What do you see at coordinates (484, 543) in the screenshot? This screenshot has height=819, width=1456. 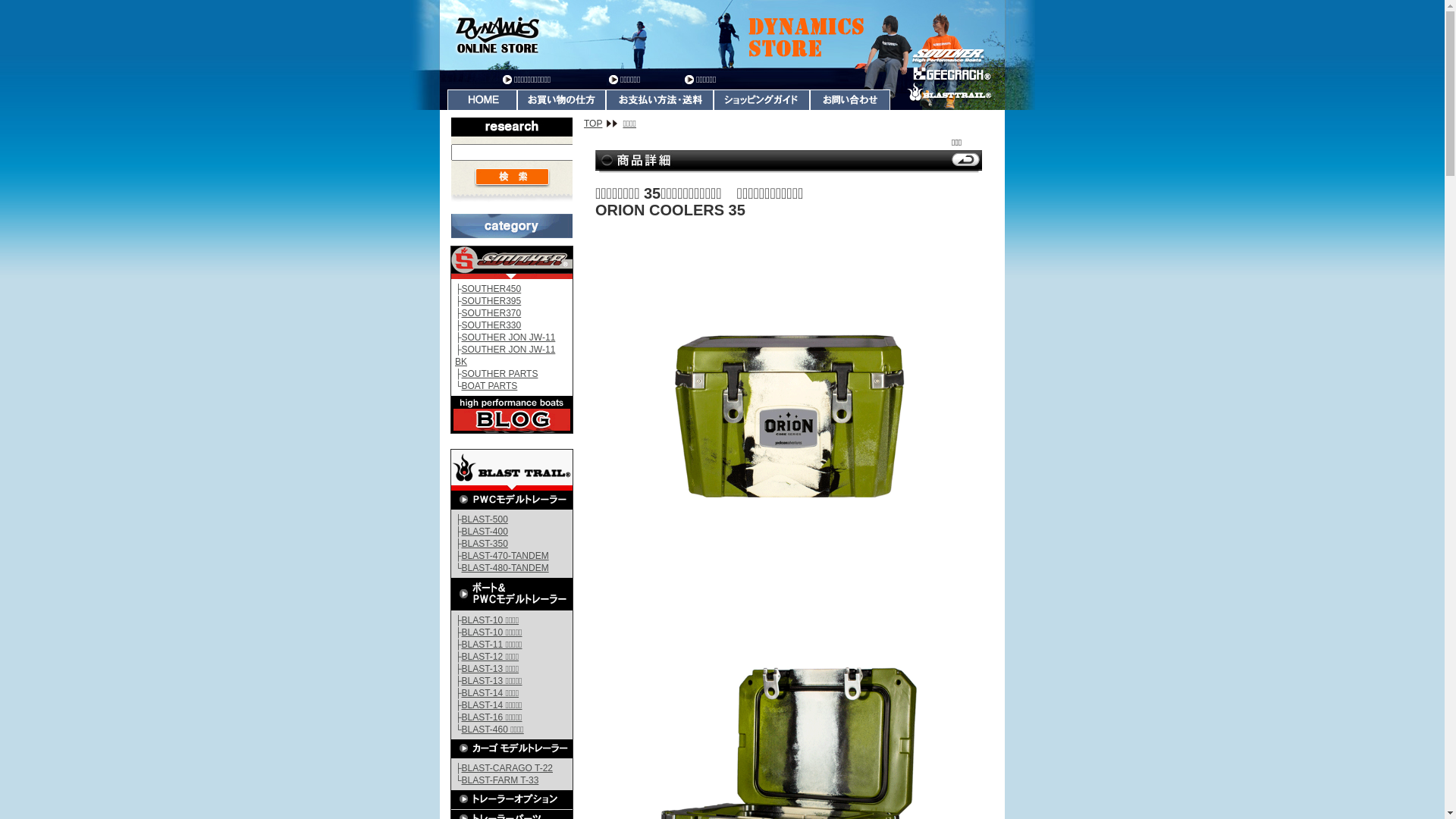 I see `'BLAST-350'` at bounding box center [484, 543].